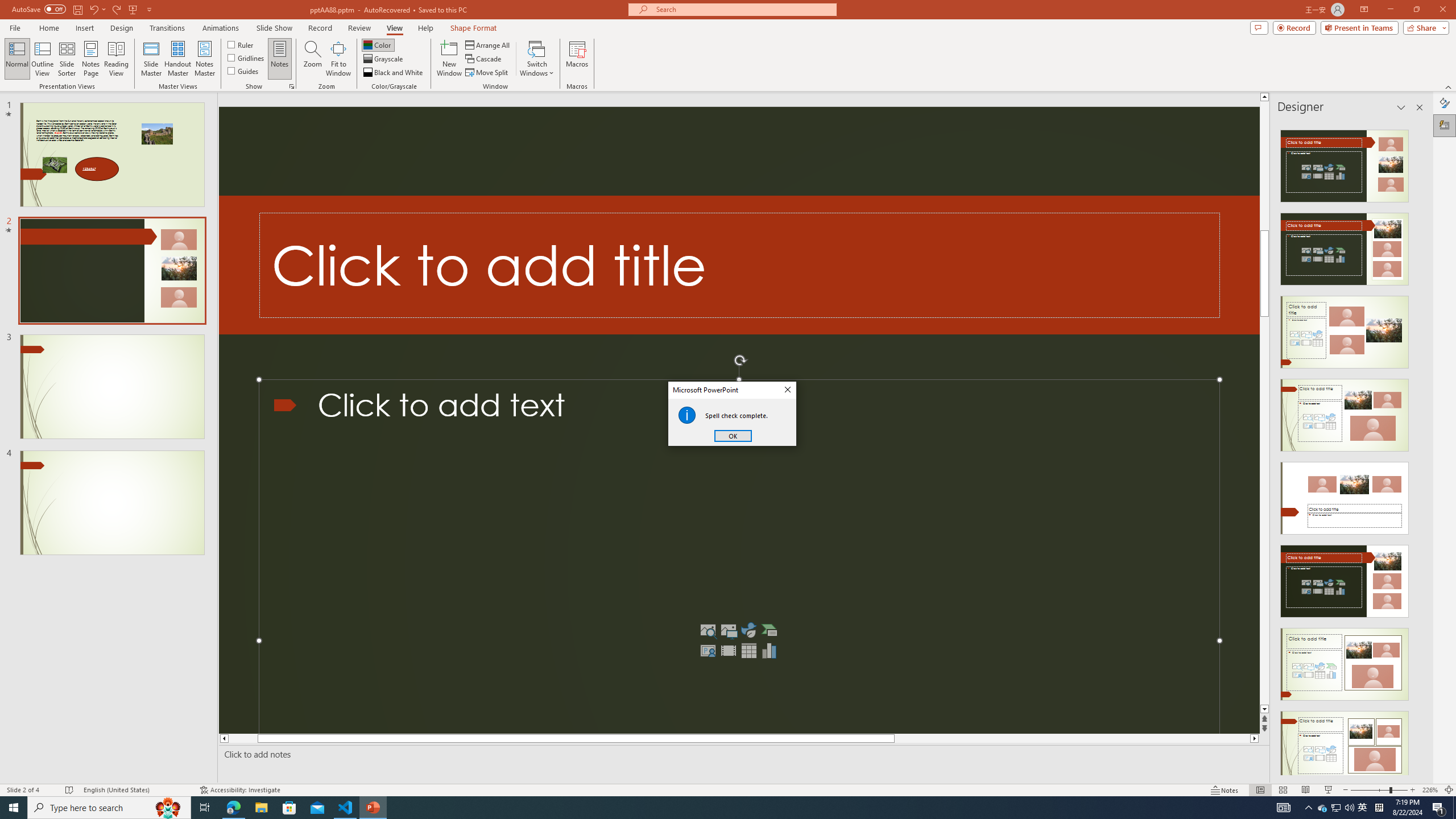  Describe the element at coordinates (1345, 162) in the screenshot. I see `'Recommended Design: Design Idea'` at that location.